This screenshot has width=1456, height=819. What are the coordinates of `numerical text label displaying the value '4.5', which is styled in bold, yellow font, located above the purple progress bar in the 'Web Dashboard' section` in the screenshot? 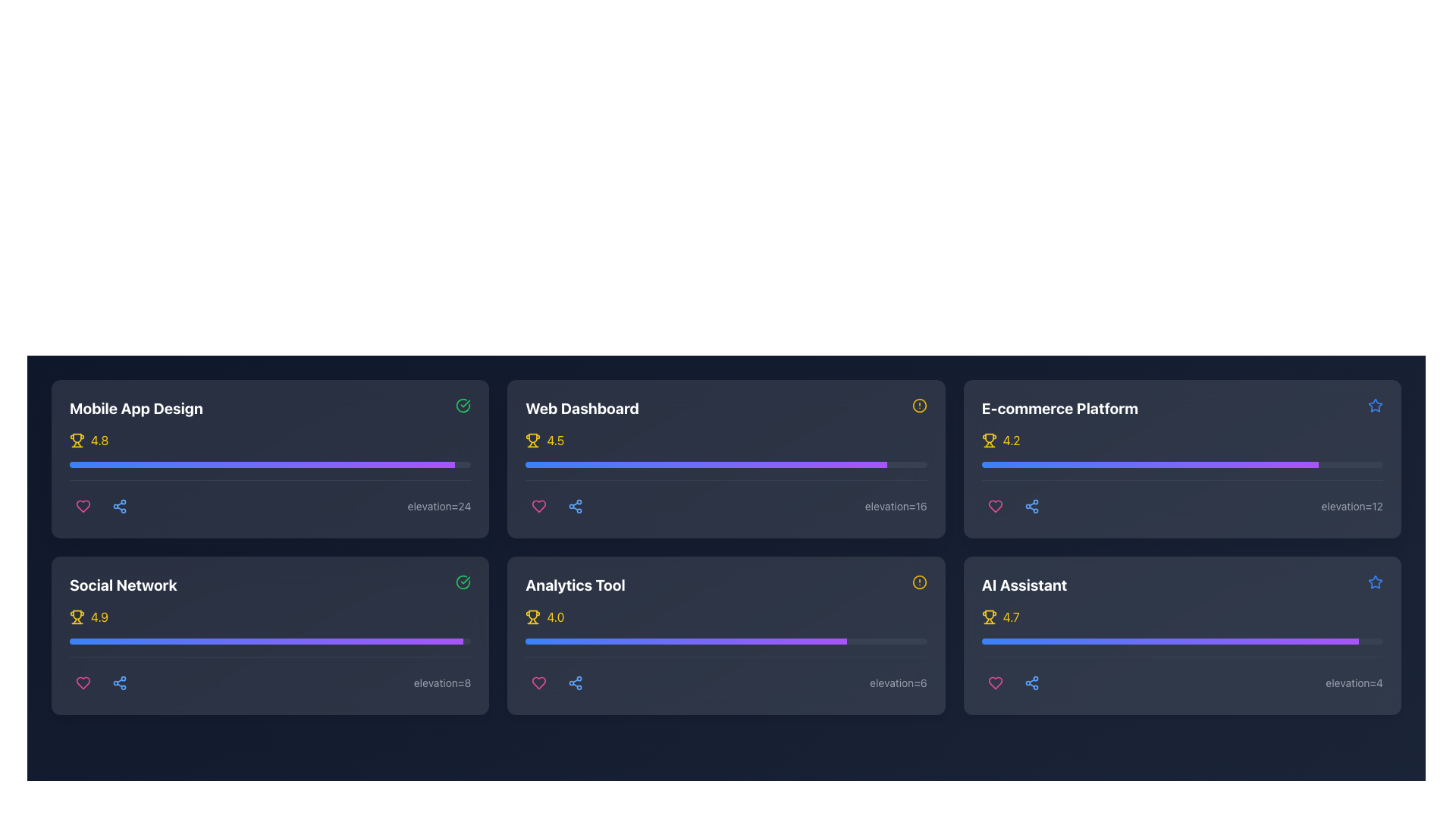 It's located at (554, 441).